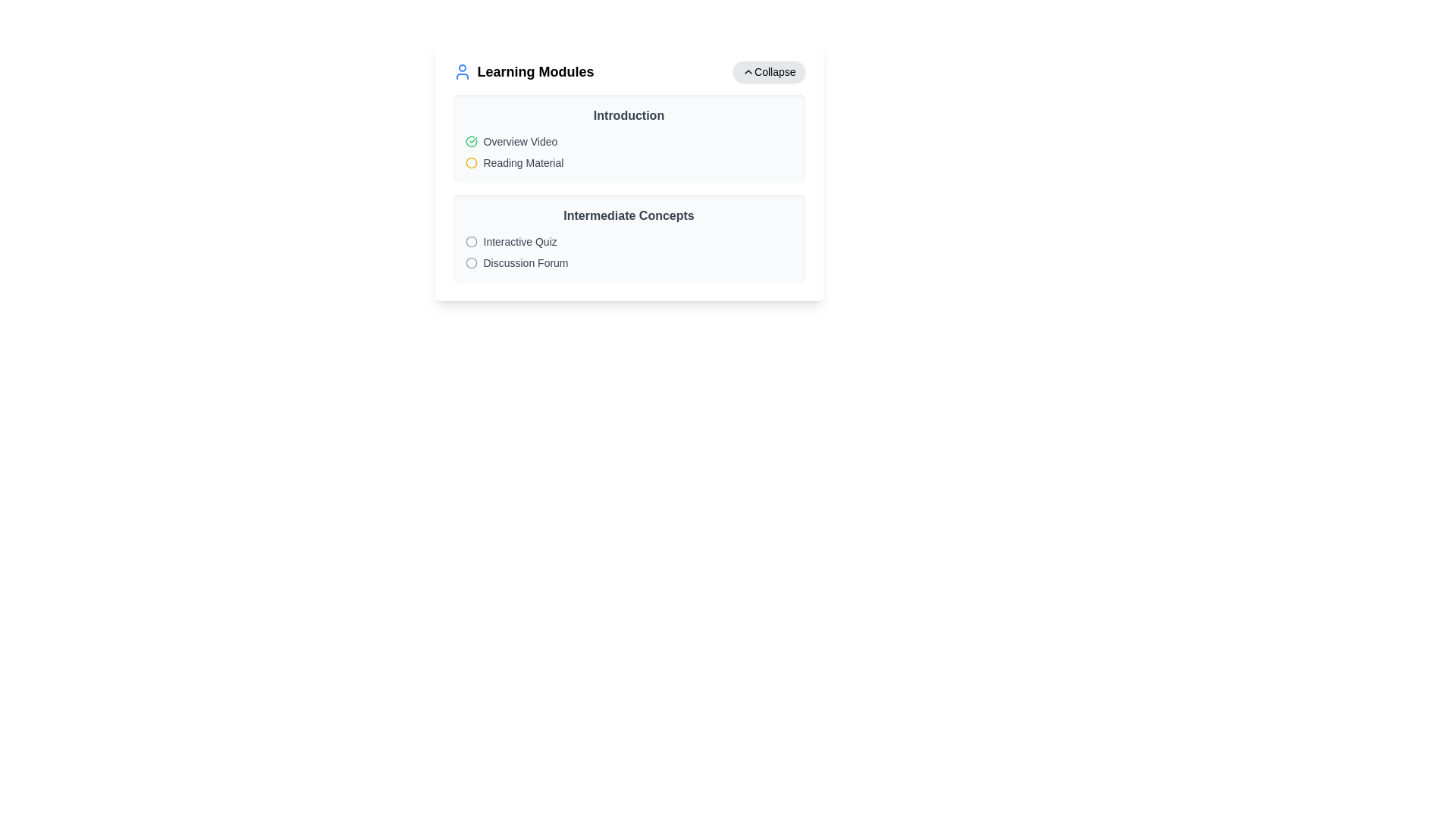 This screenshot has width=1456, height=819. Describe the element at coordinates (470, 163) in the screenshot. I see `the circular icon representing the status of the 'Reading Material' located in the 'Introduction' section` at that location.